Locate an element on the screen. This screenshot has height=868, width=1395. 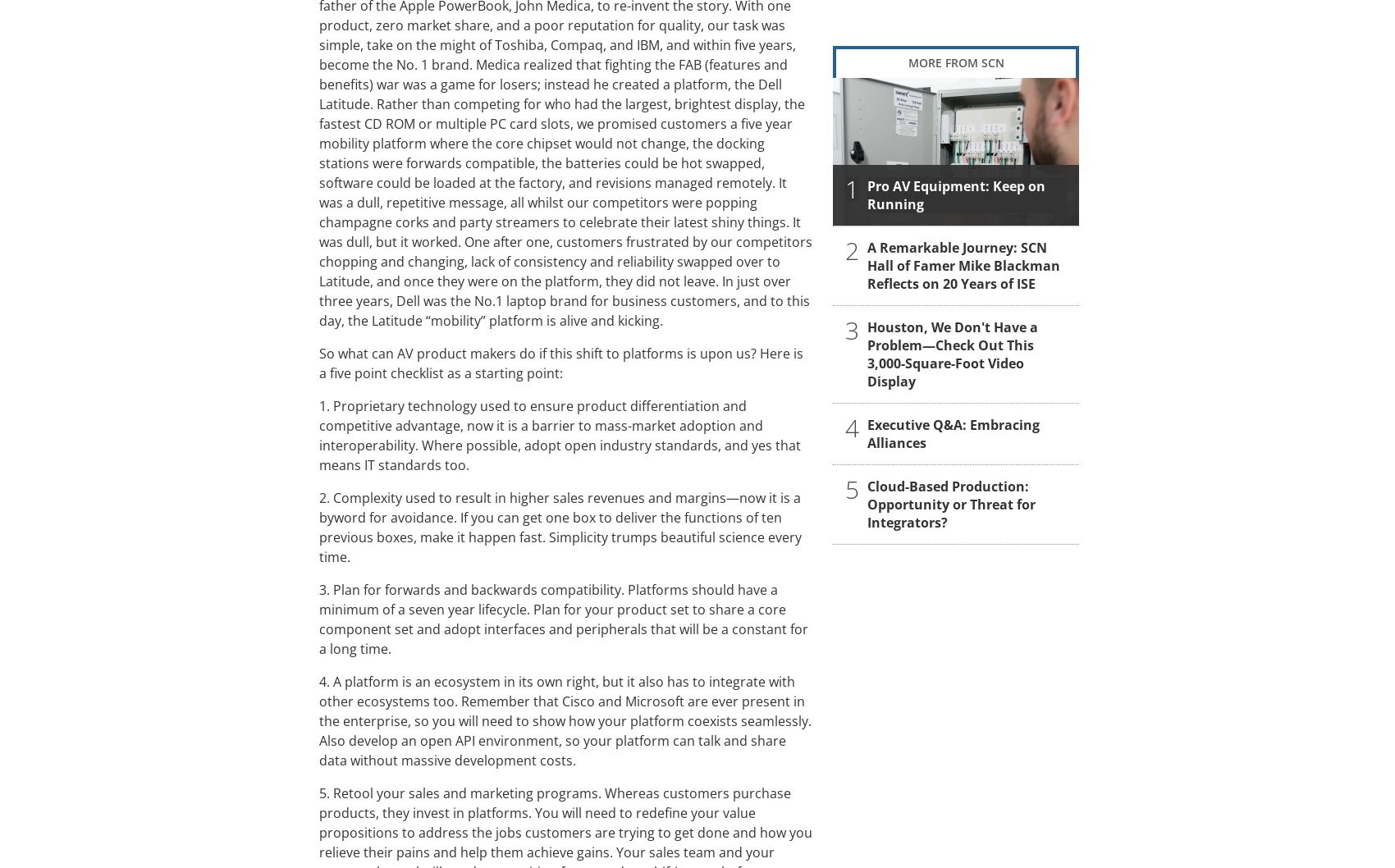
'Cloud-Based Production: Opportunity or Threat for Integrators?' is located at coordinates (951, 503).